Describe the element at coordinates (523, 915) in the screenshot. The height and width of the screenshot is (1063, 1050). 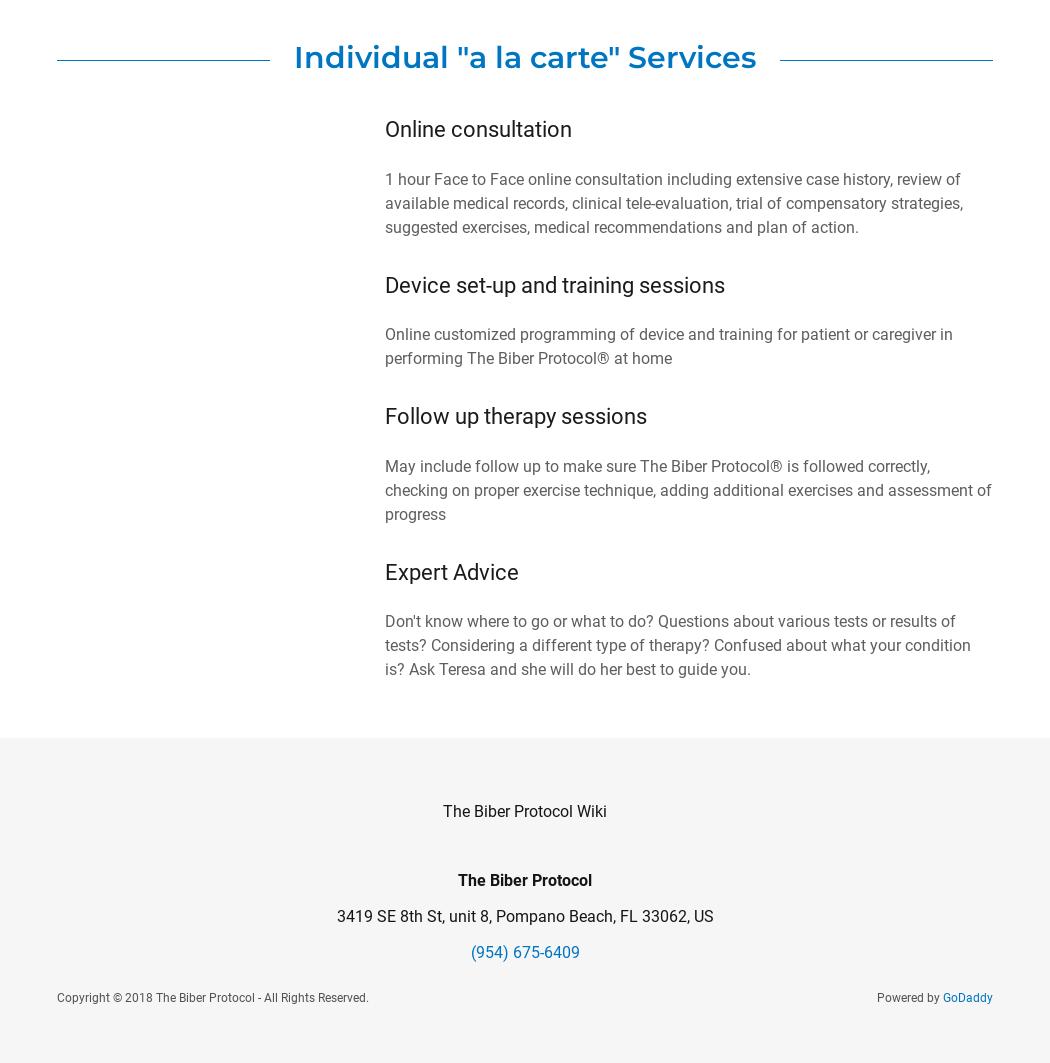
I see `'3419 SE 8th St, unit 8, Pompano Beach, FL 33062, US'` at that location.